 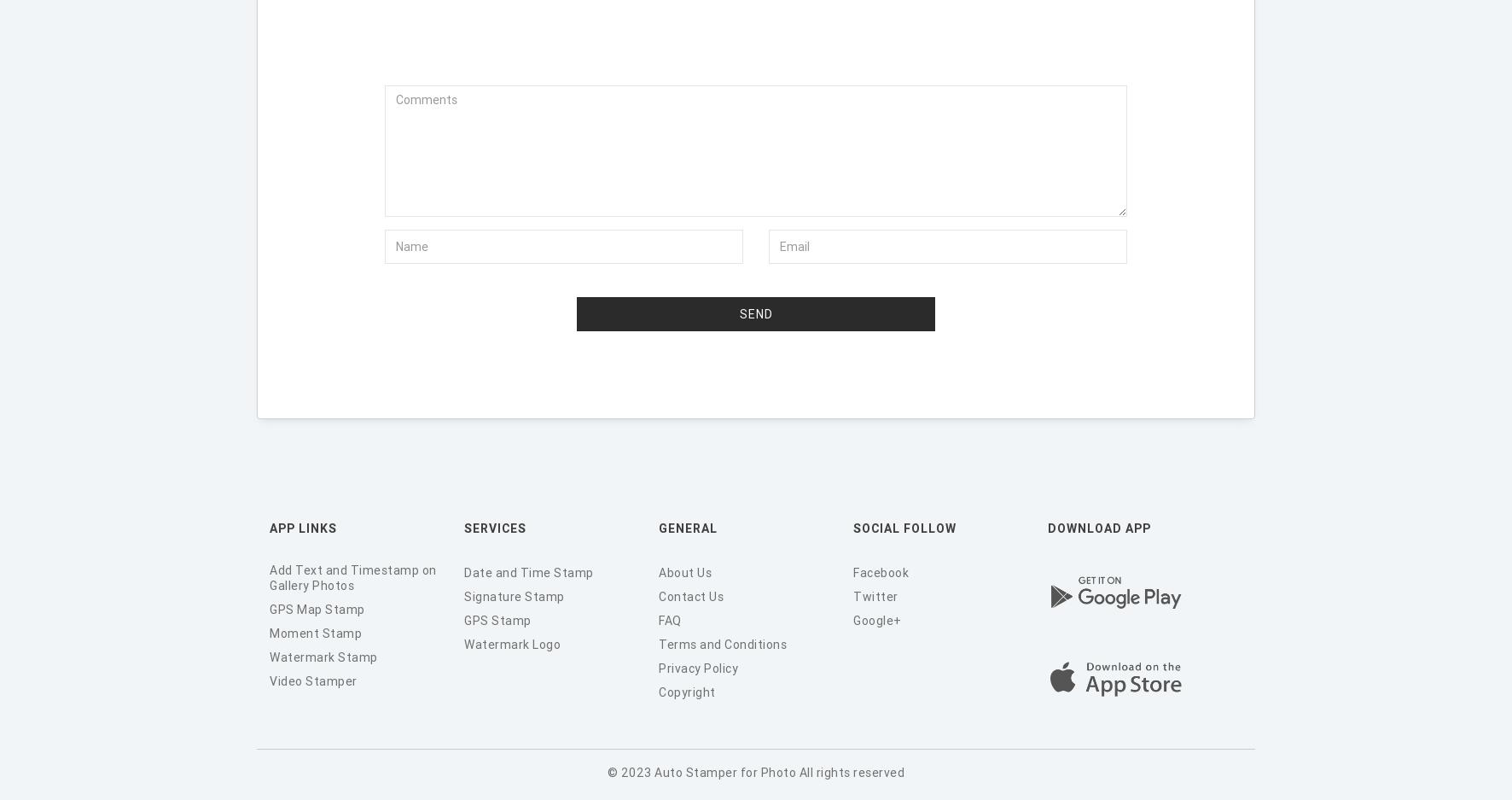 What do you see at coordinates (755, 312) in the screenshot?
I see `'Send'` at bounding box center [755, 312].